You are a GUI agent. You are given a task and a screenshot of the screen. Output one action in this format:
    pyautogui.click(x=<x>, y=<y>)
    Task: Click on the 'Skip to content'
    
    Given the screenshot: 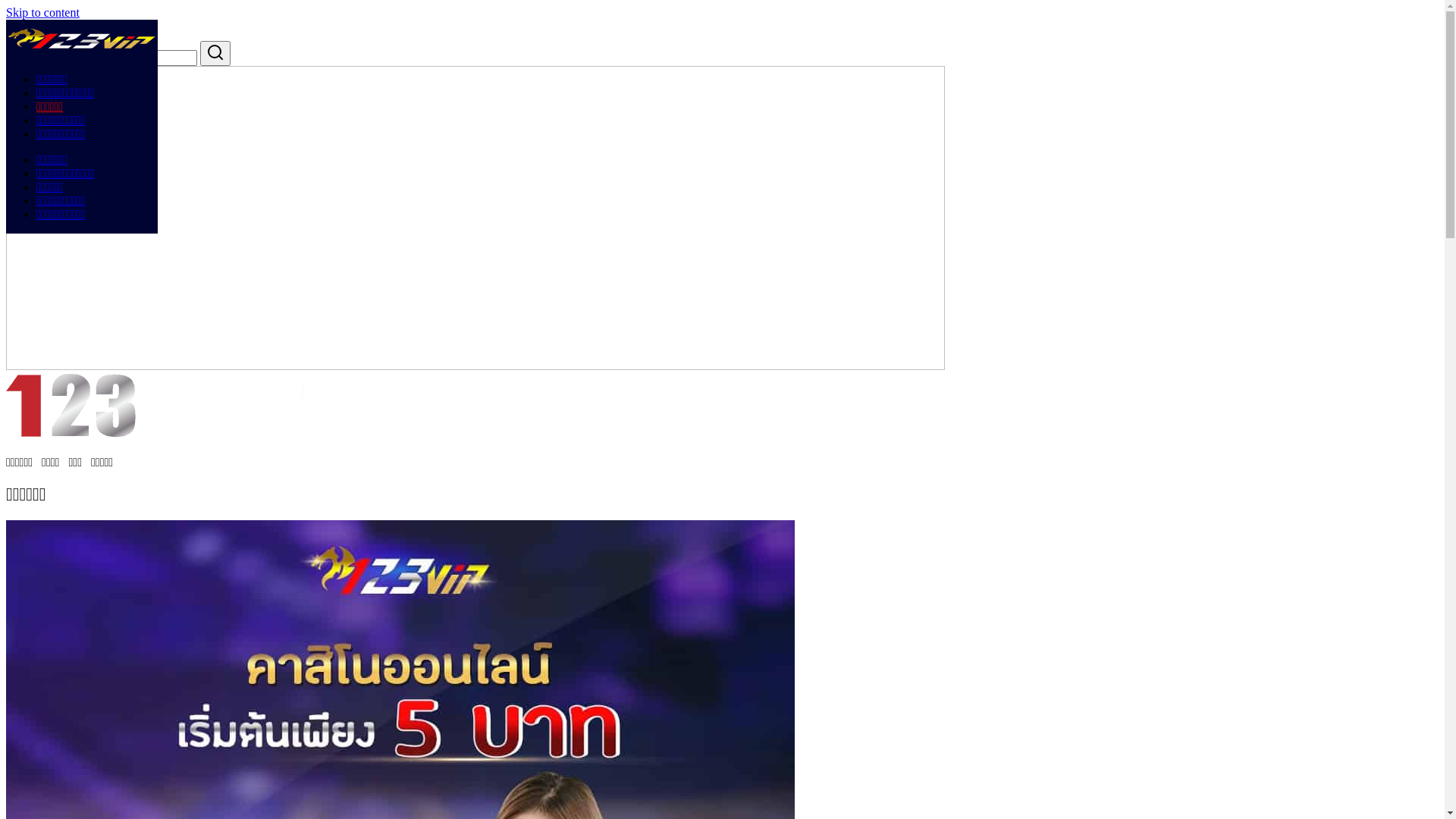 What is the action you would take?
    pyautogui.click(x=6, y=12)
    